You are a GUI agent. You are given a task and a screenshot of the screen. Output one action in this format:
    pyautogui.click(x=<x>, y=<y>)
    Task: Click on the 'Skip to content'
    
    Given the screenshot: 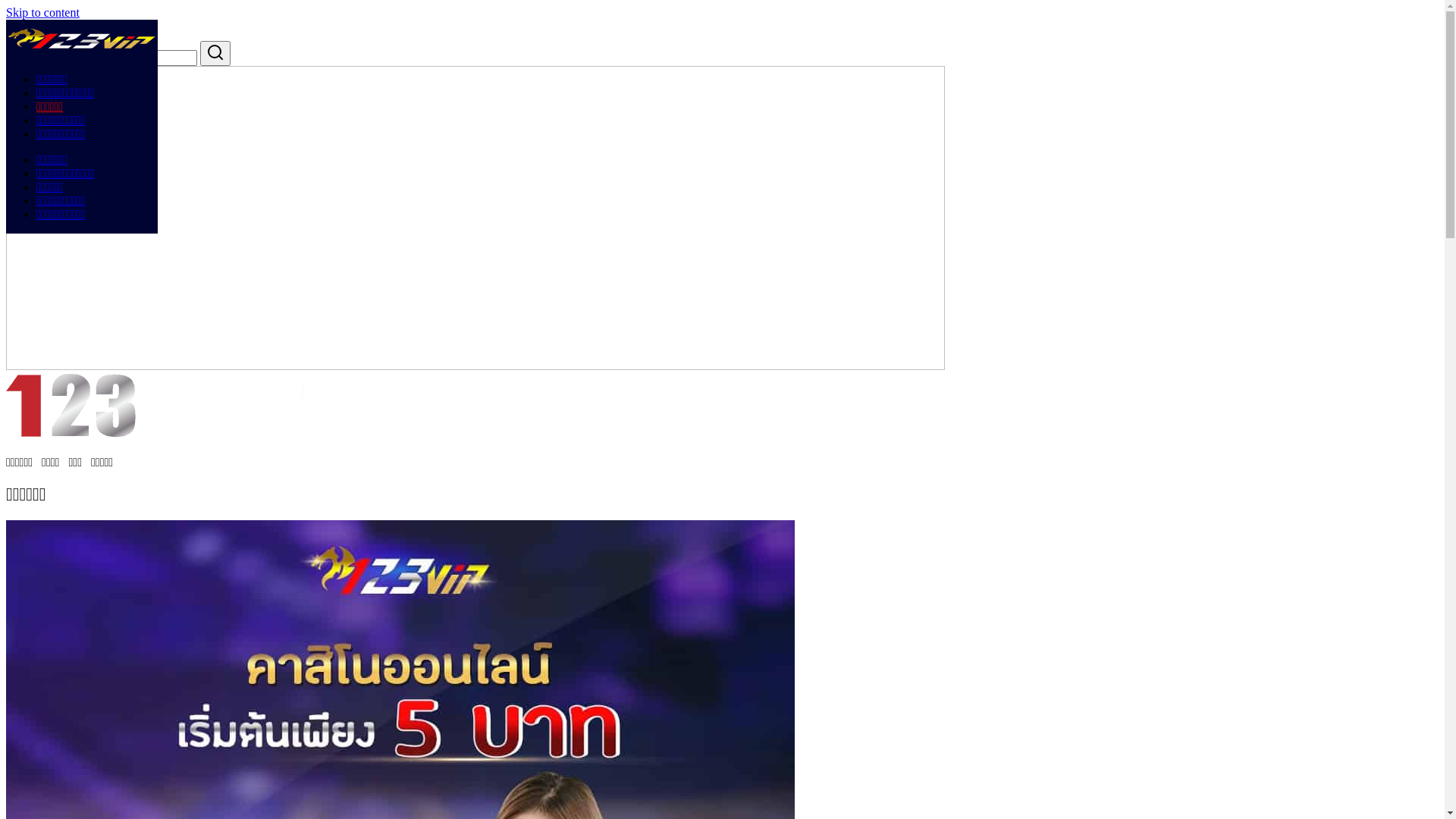 What is the action you would take?
    pyautogui.click(x=6, y=12)
    